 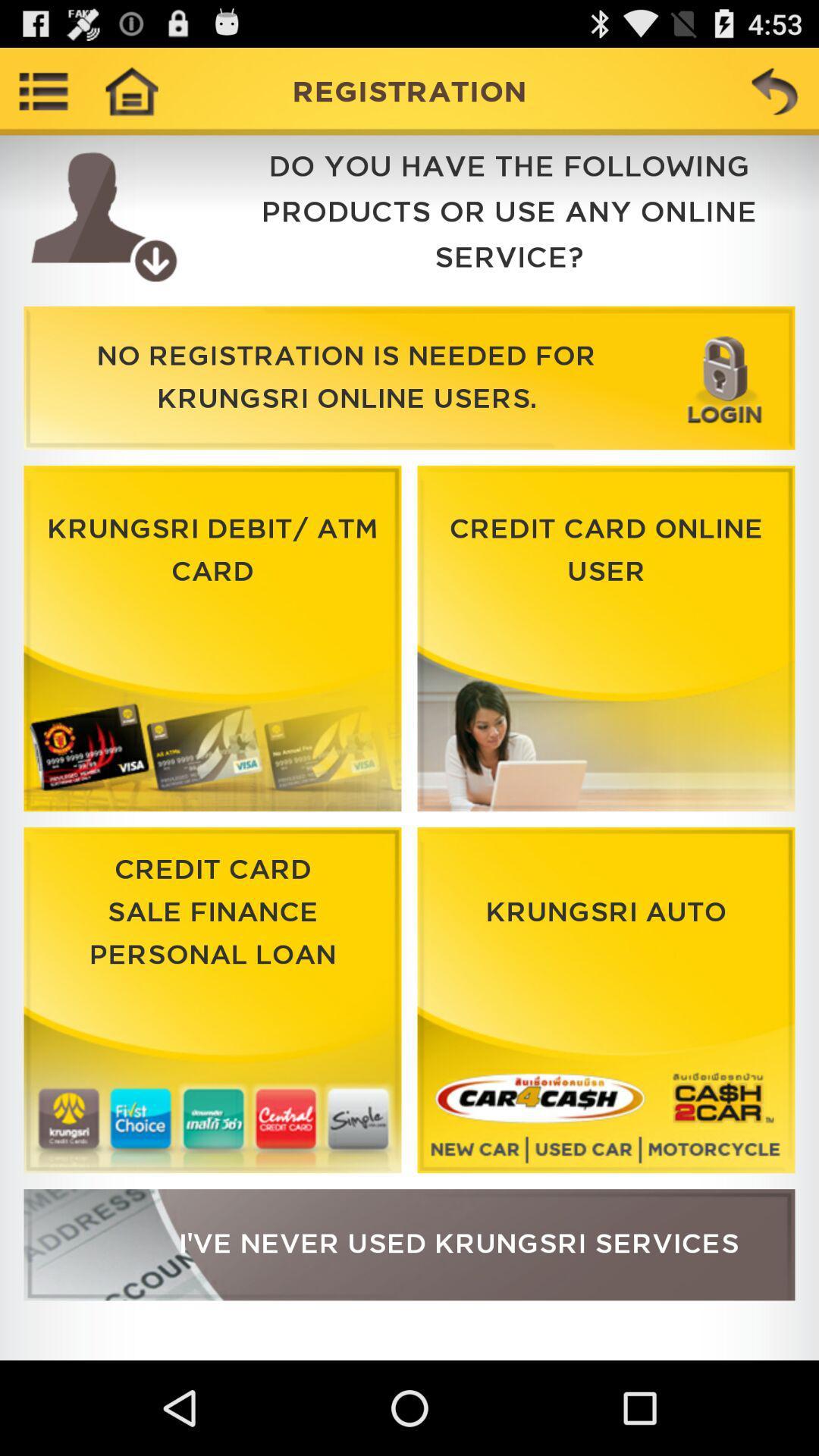 What do you see at coordinates (212, 1000) in the screenshot?
I see `credit card` at bounding box center [212, 1000].